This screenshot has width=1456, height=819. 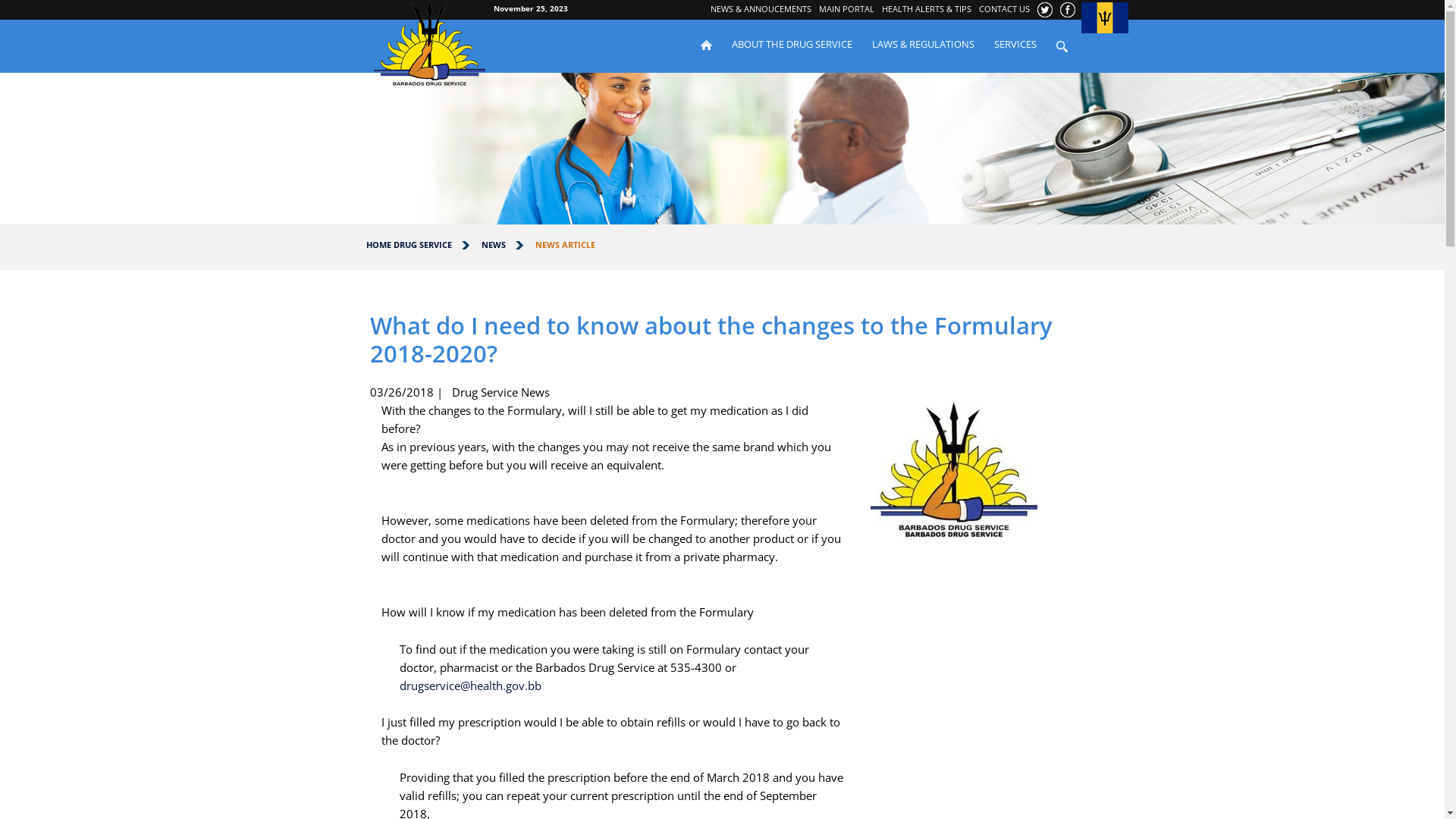 What do you see at coordinates (1015, 42) in the screenshot?
I see `'SERVICES'` at bounding box center [1015, 42].